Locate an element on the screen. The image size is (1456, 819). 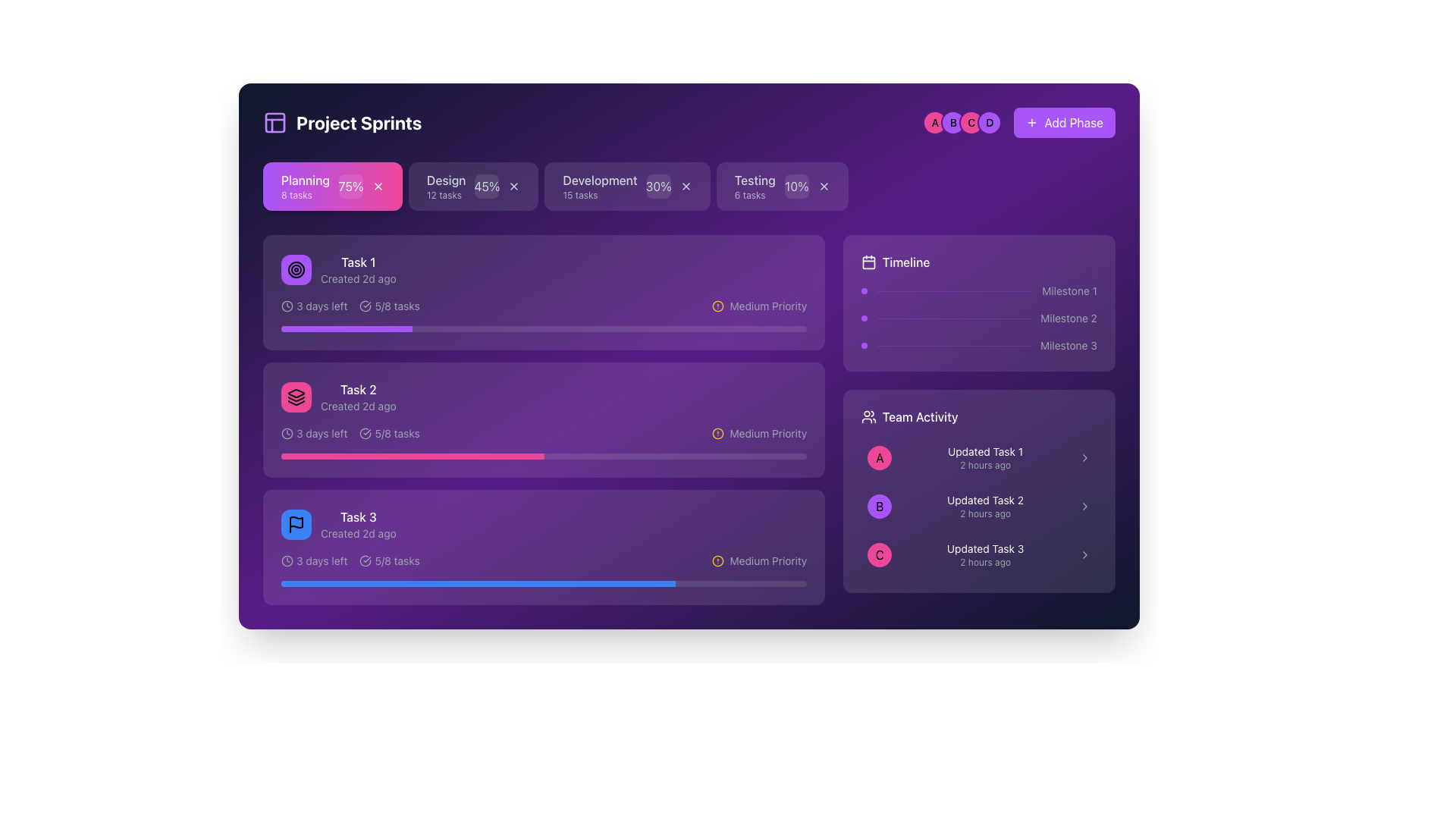
the header text and accompanying icon that indicates the current project or workspace, located at the top-left corner of the interface is located at coordinates (341, 122).